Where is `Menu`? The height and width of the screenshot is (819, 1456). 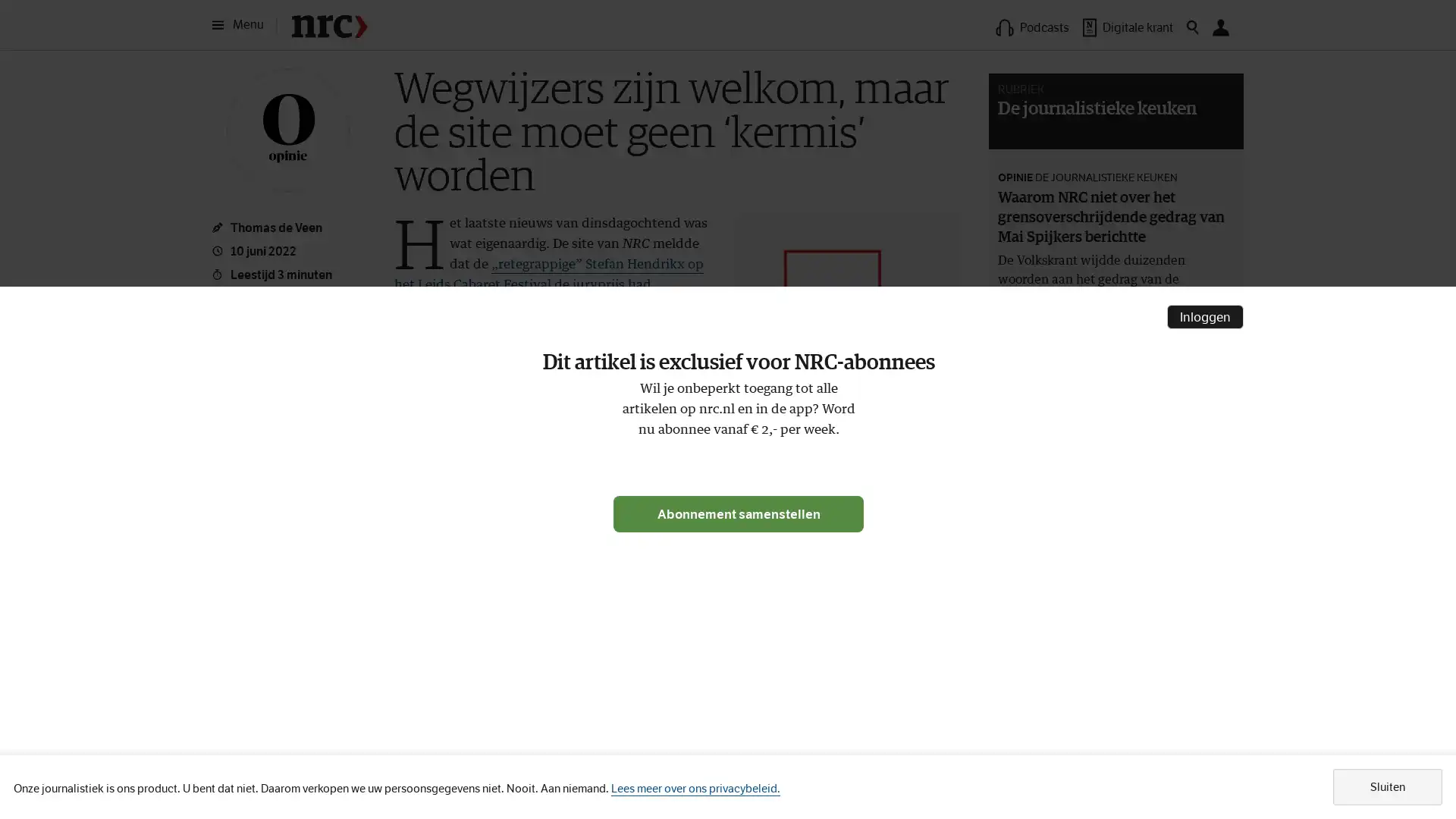 Menu is located at coordinates (243, 25).